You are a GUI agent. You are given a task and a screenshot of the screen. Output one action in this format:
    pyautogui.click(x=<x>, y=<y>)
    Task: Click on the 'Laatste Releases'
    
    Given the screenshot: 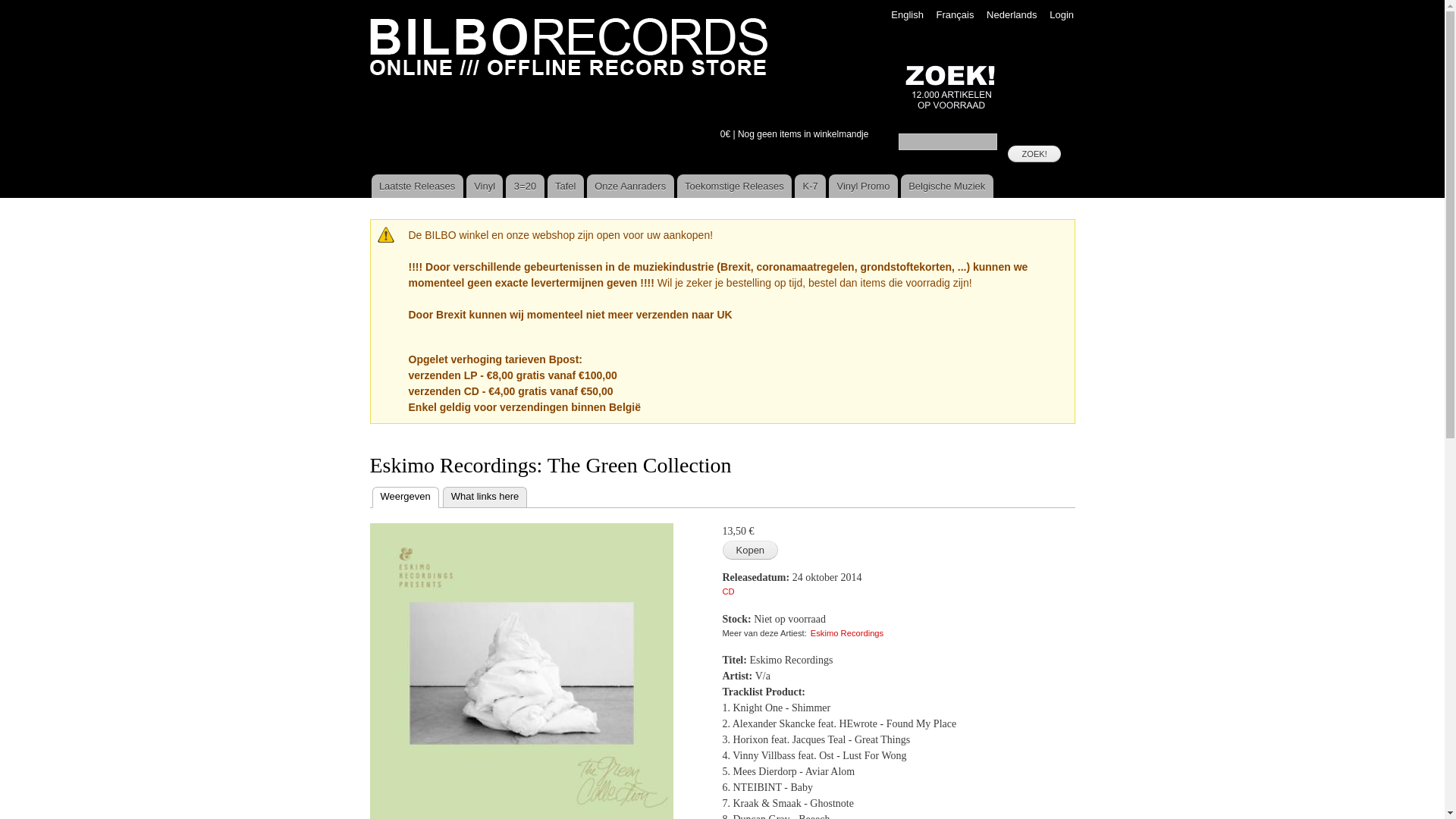 What is the action you would take?
    pyautogui.click(x=417, y=185)
    